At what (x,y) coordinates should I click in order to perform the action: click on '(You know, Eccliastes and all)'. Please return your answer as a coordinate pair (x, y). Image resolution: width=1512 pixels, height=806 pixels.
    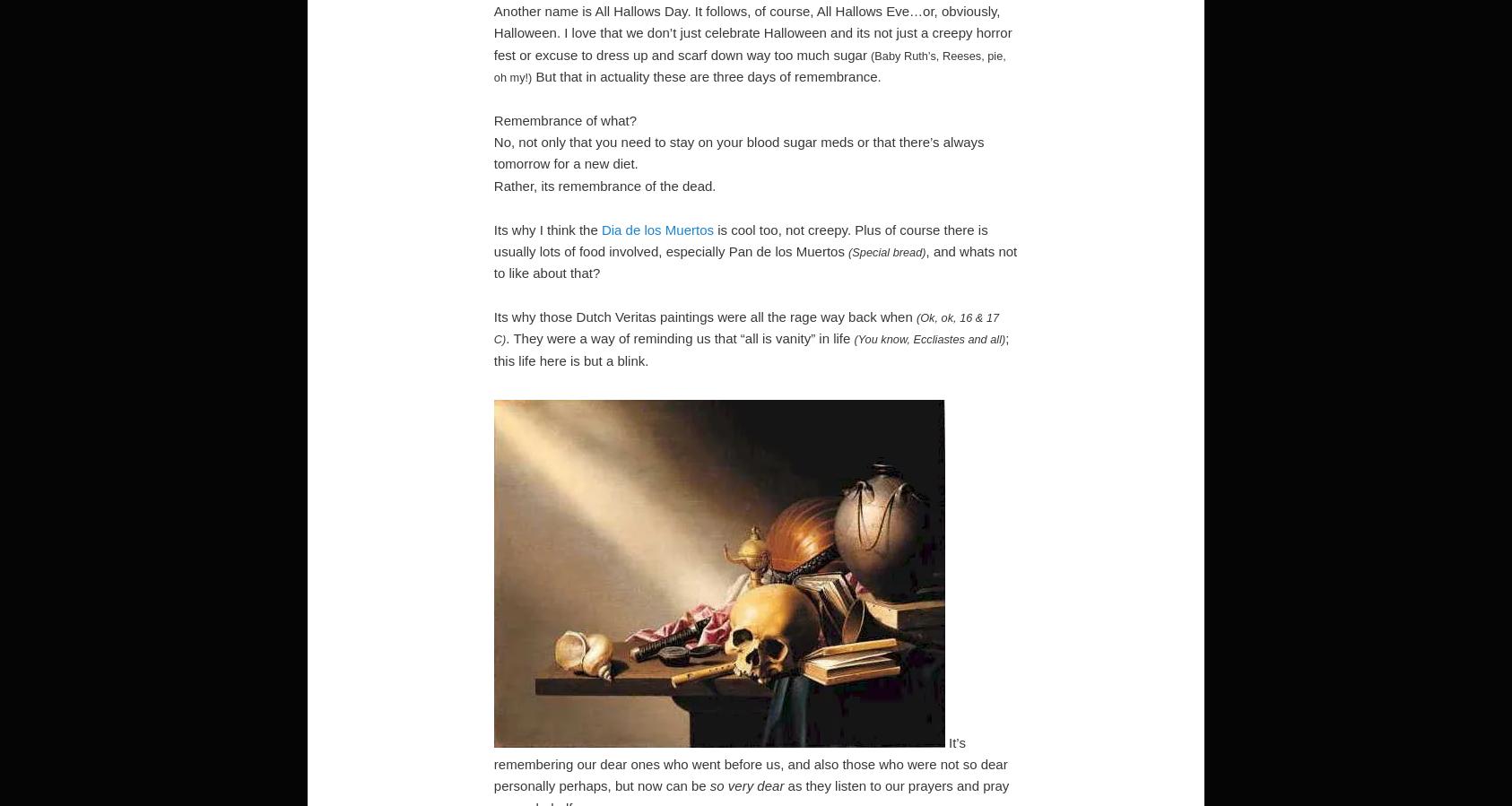
    Looking at the image, I should click on (853, 338).